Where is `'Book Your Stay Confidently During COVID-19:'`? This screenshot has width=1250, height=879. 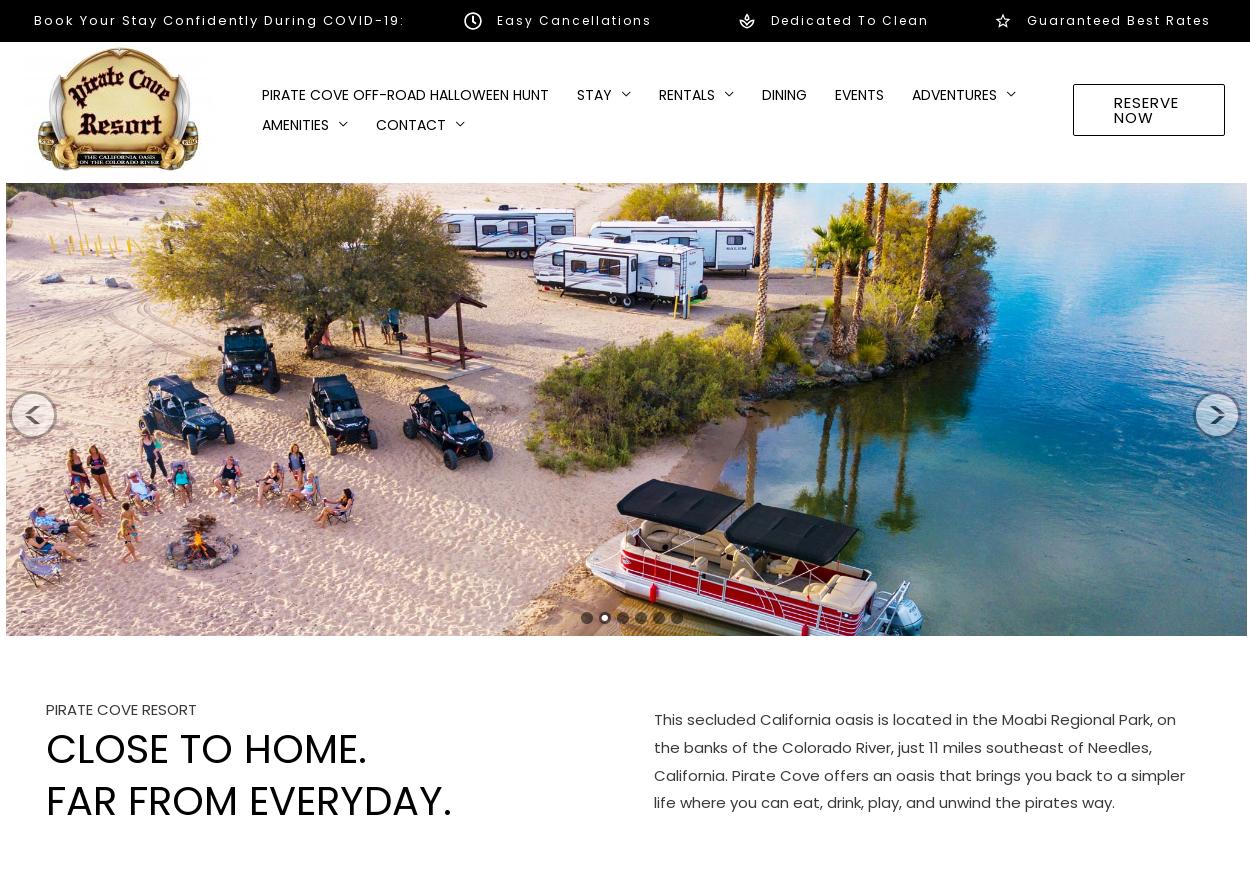 'Book Your Stay Confidently During COVID-19:' is located at coordinates (217, 19).